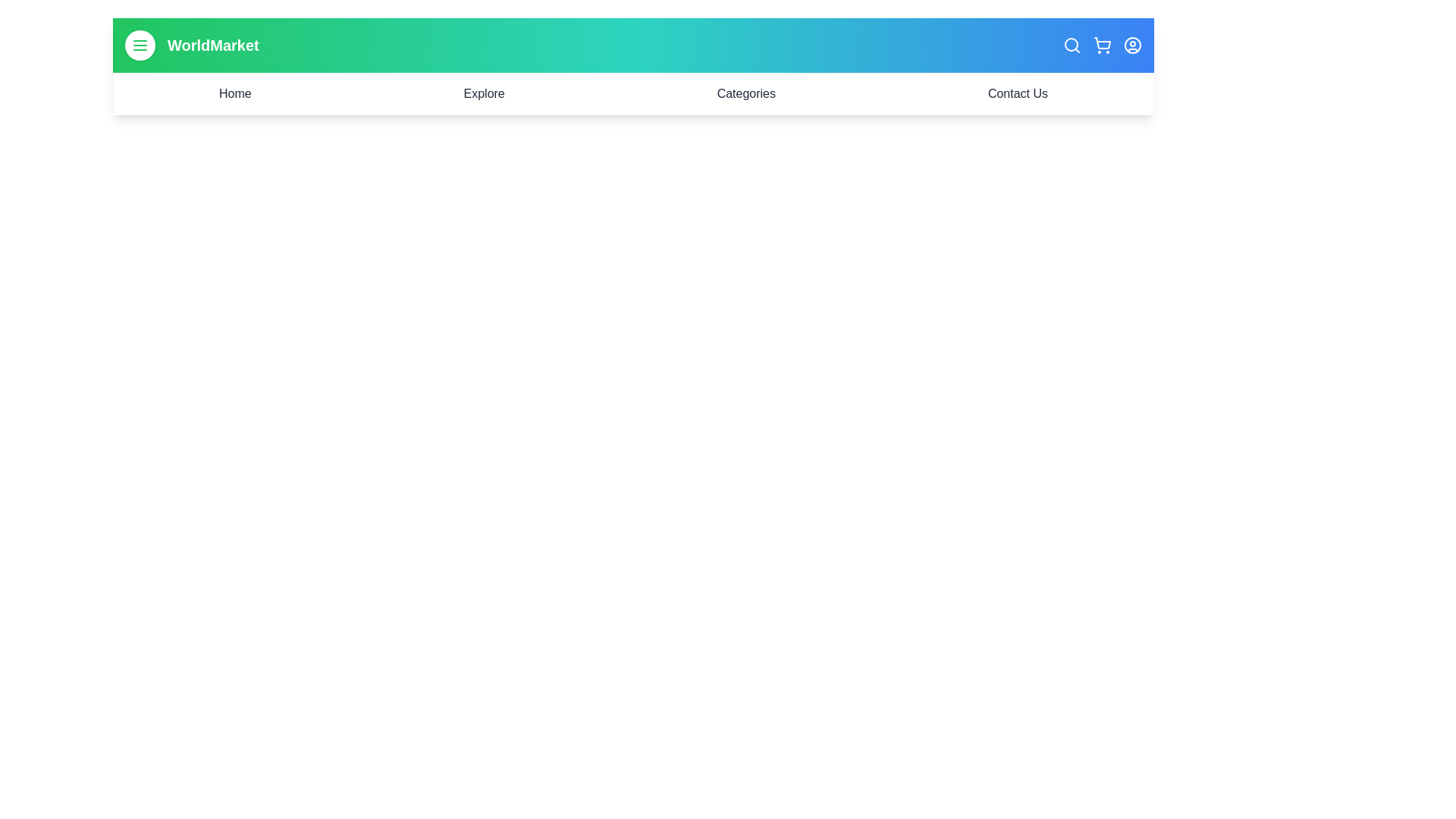 Image resolution: width=1456 pixels, height=819 pixels. I want to click on the search icon in the app bar, so click(1072, 45).